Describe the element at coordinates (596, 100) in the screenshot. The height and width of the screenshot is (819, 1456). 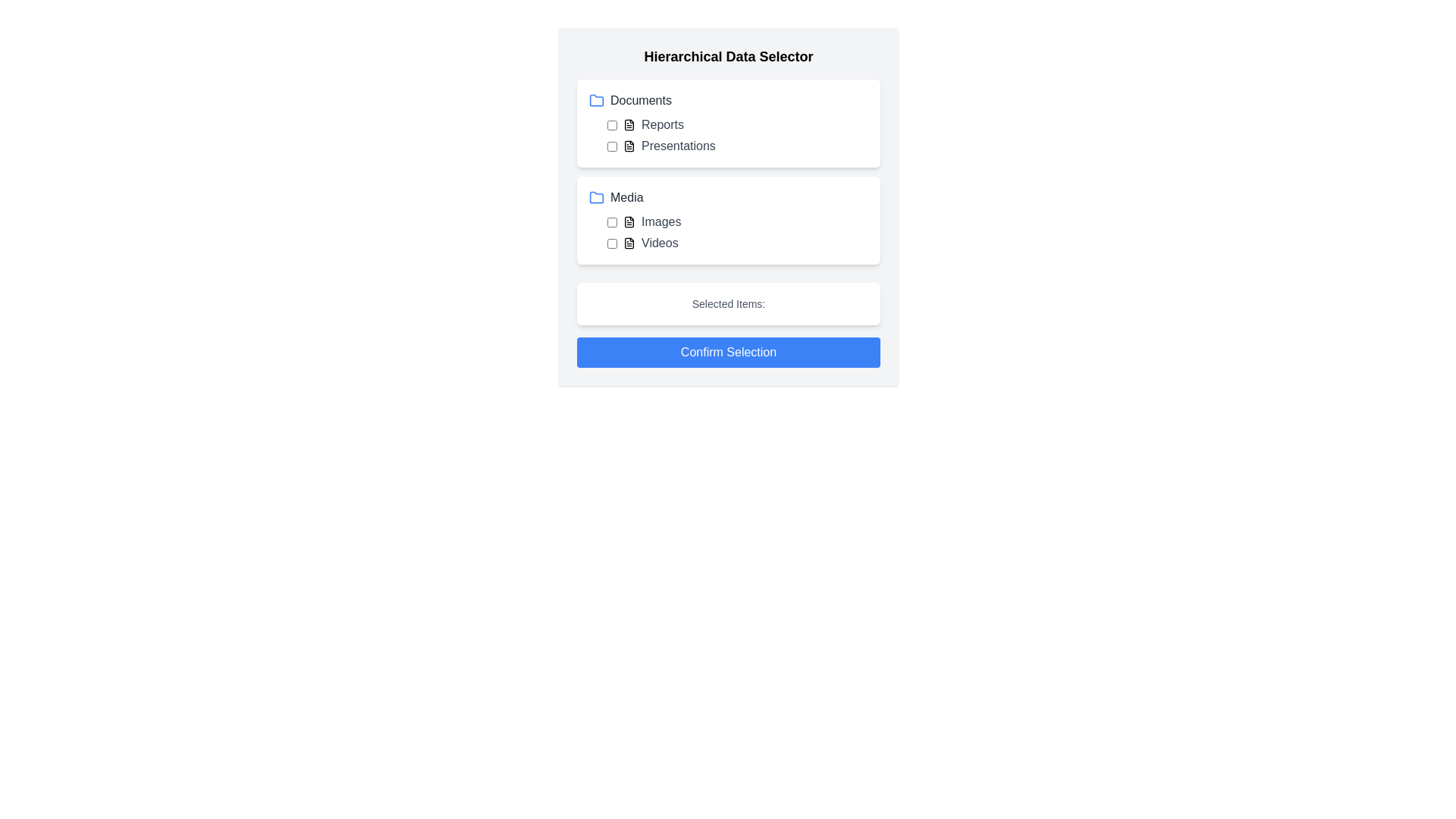
I see `the 'Documents' category icon located at the top portion of the interface, which is the leftmost element inside the labeled box` at that location.